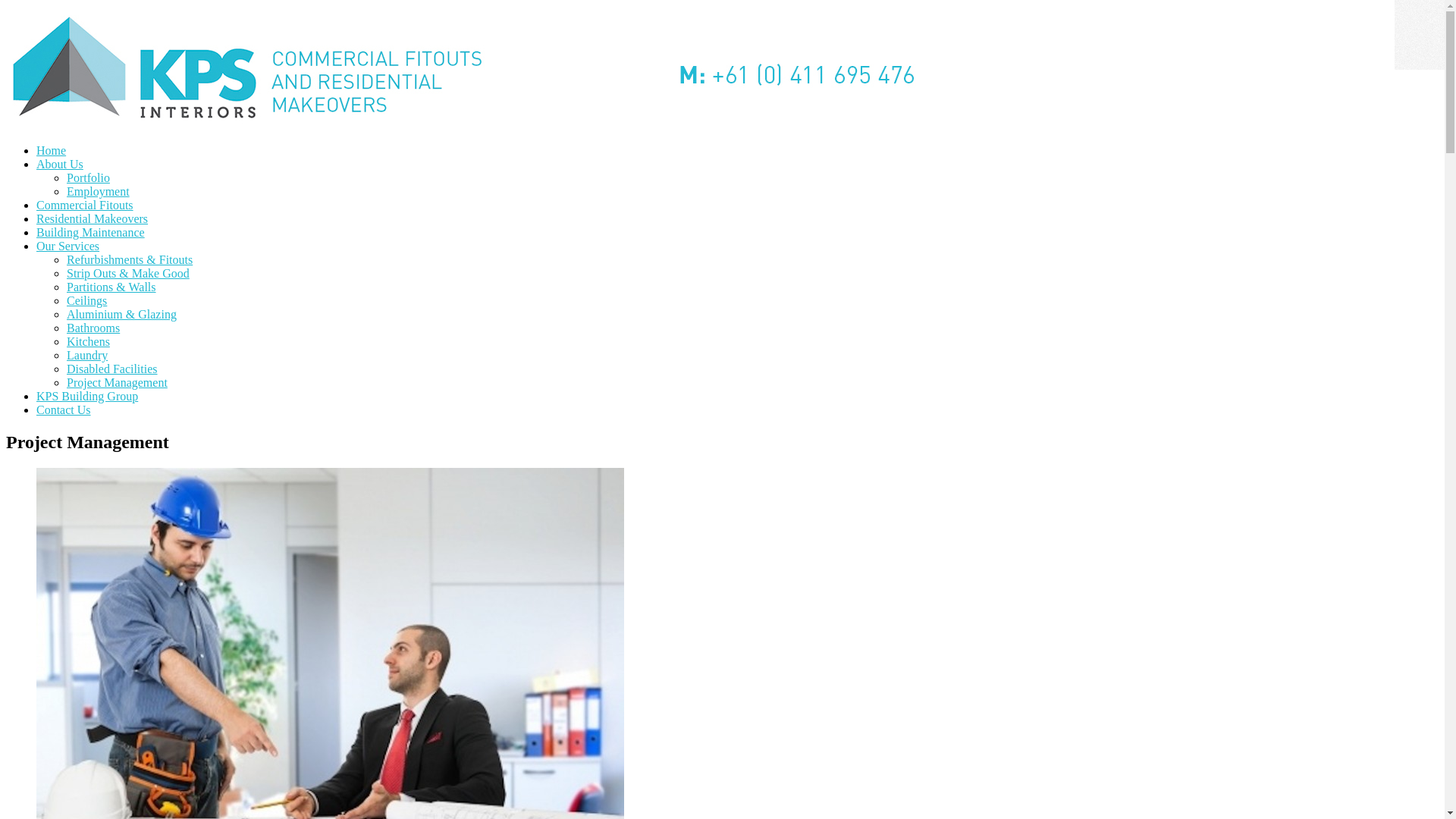  I want to click on 'Building Maintenance', so click(89, 232).